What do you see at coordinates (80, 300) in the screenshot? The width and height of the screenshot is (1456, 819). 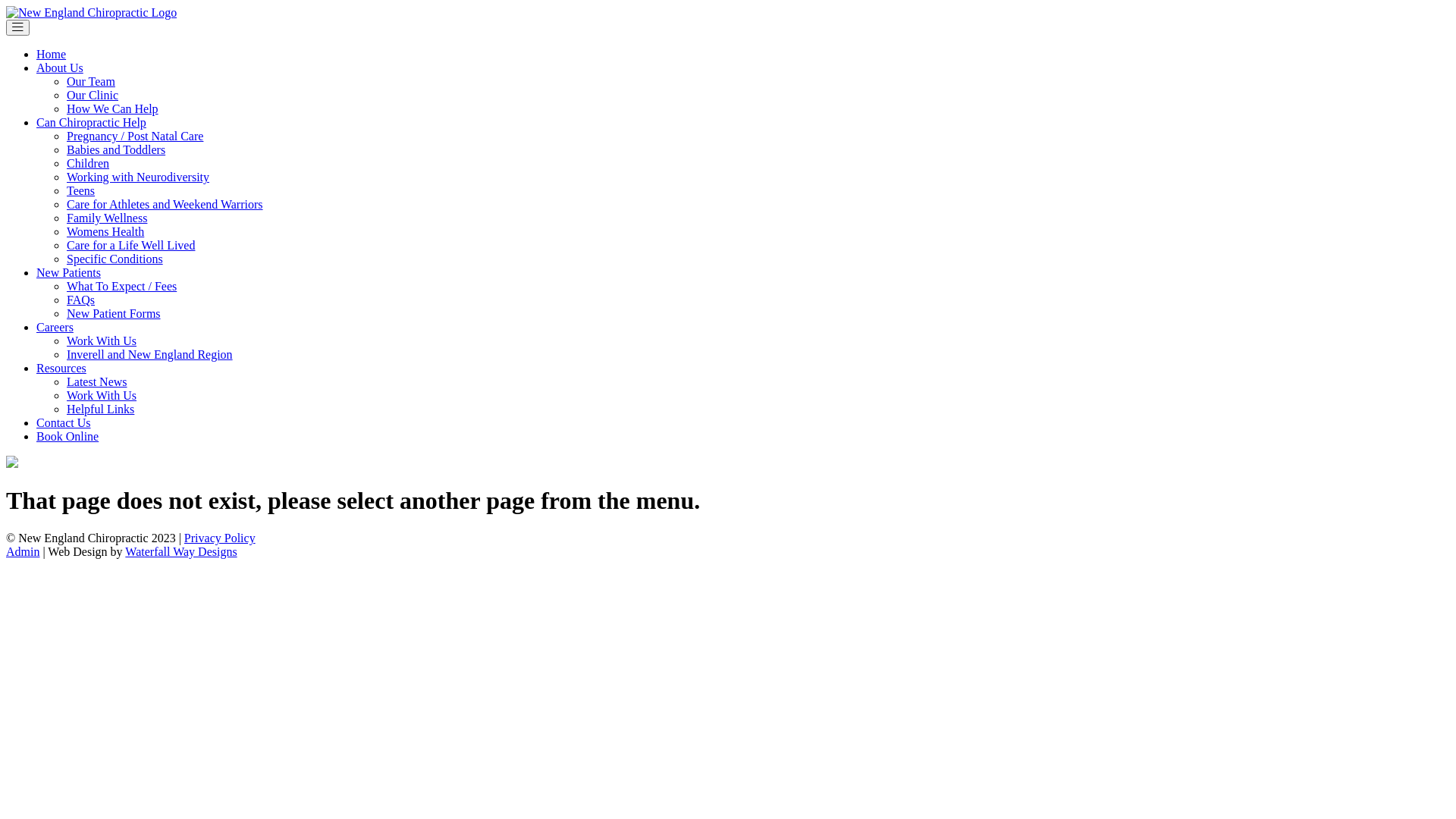 I see `'FAQs'` at bounding box center [80, 300].